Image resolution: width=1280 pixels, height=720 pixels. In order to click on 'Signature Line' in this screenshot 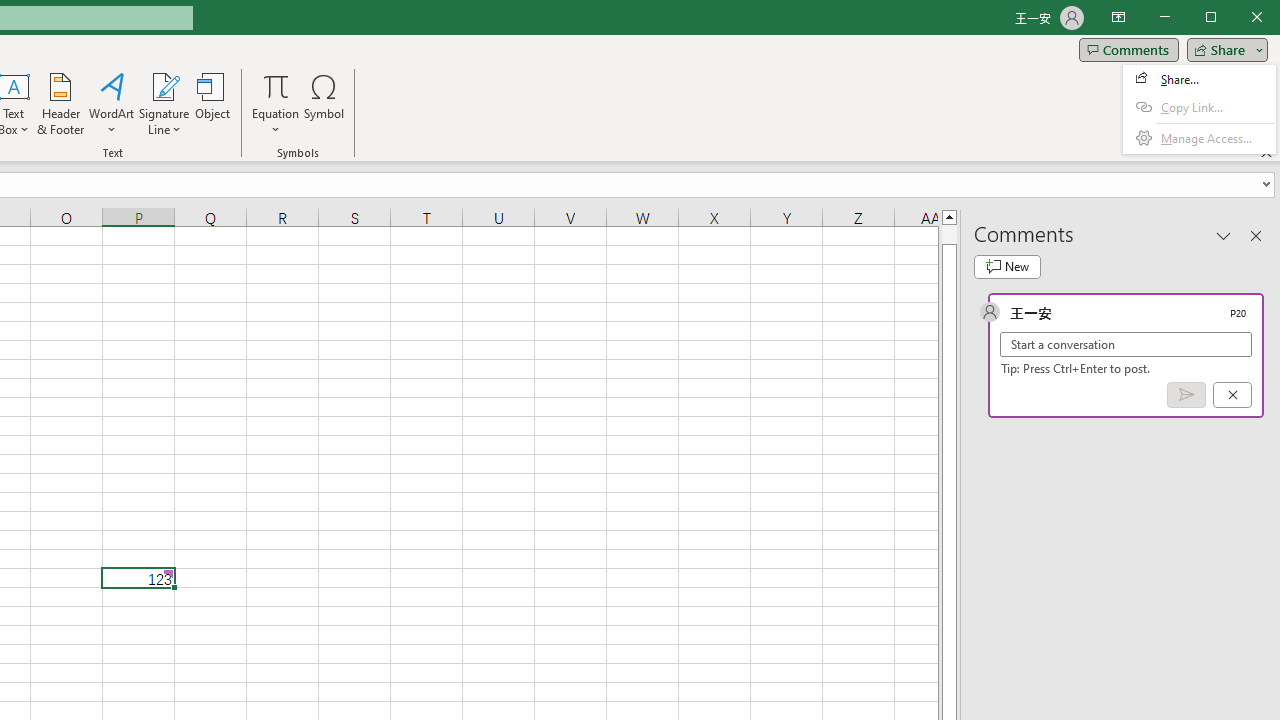, I will do `click(164, 104)`.